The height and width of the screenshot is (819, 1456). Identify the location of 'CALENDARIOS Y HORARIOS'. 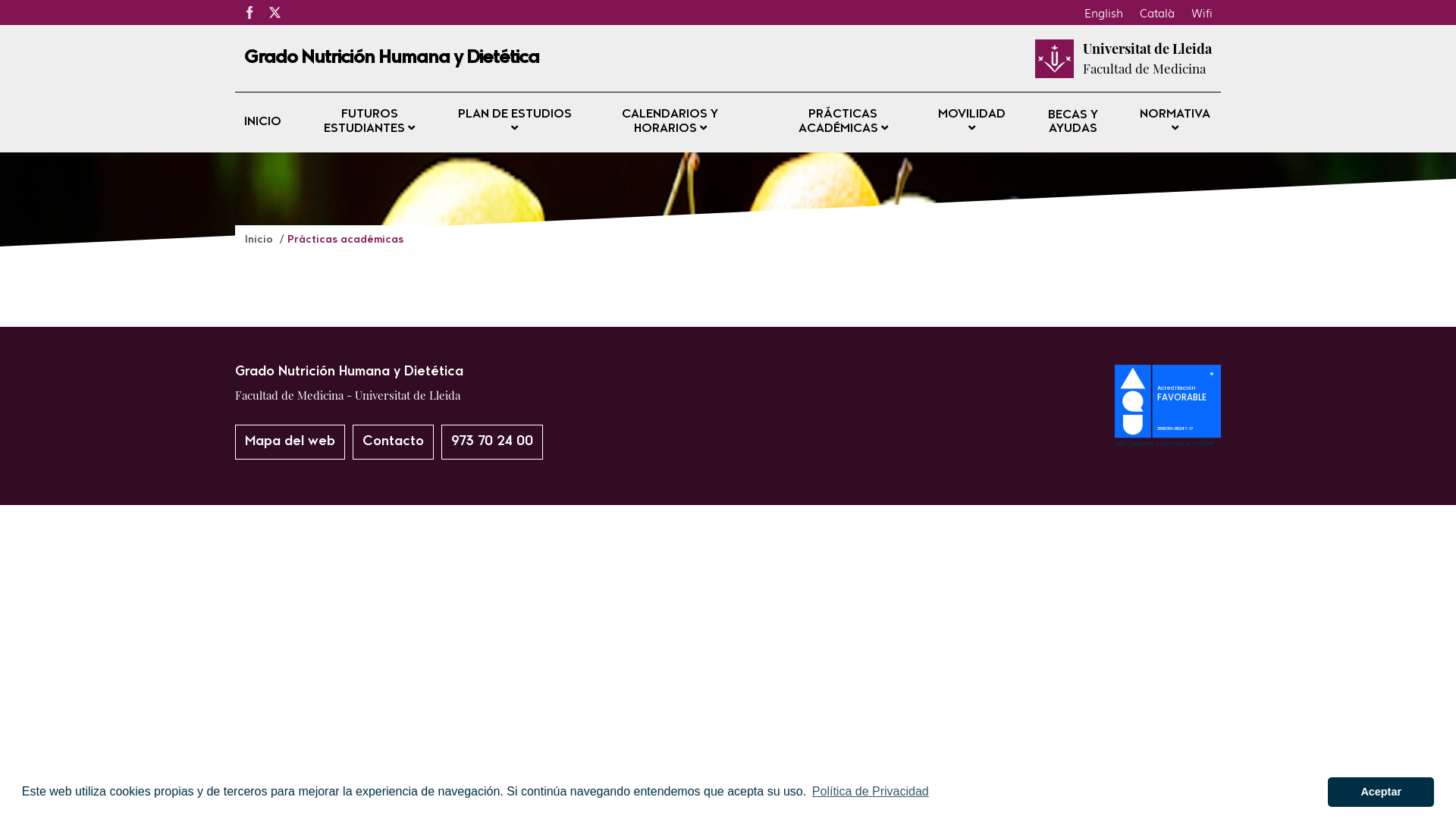
(669, 121).